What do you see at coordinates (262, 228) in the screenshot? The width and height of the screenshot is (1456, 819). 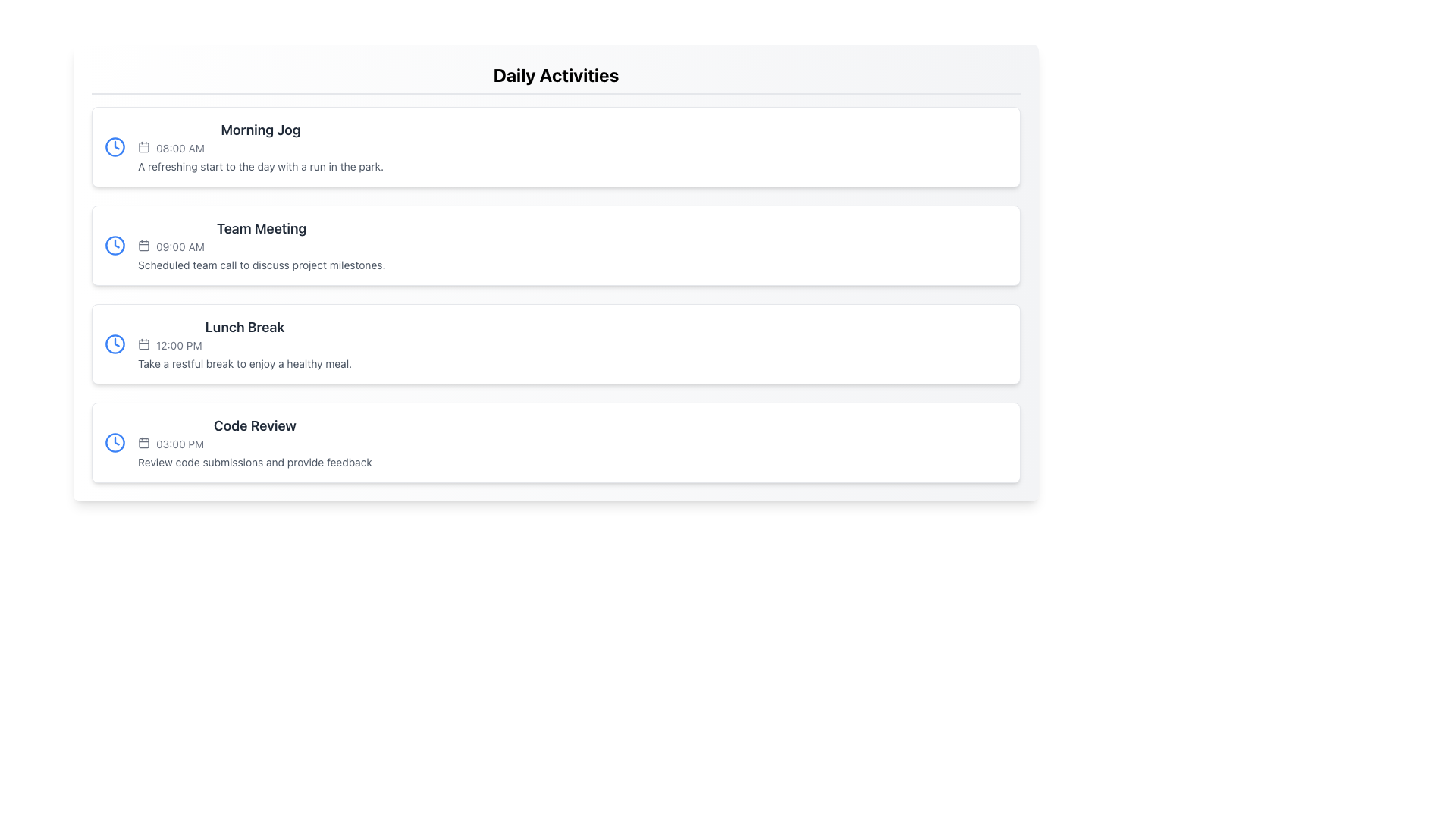 I see `text of the title display for the 'Team Meeting' activity, which is located above the time and description in the activity list` at bounding box center [262, 228].